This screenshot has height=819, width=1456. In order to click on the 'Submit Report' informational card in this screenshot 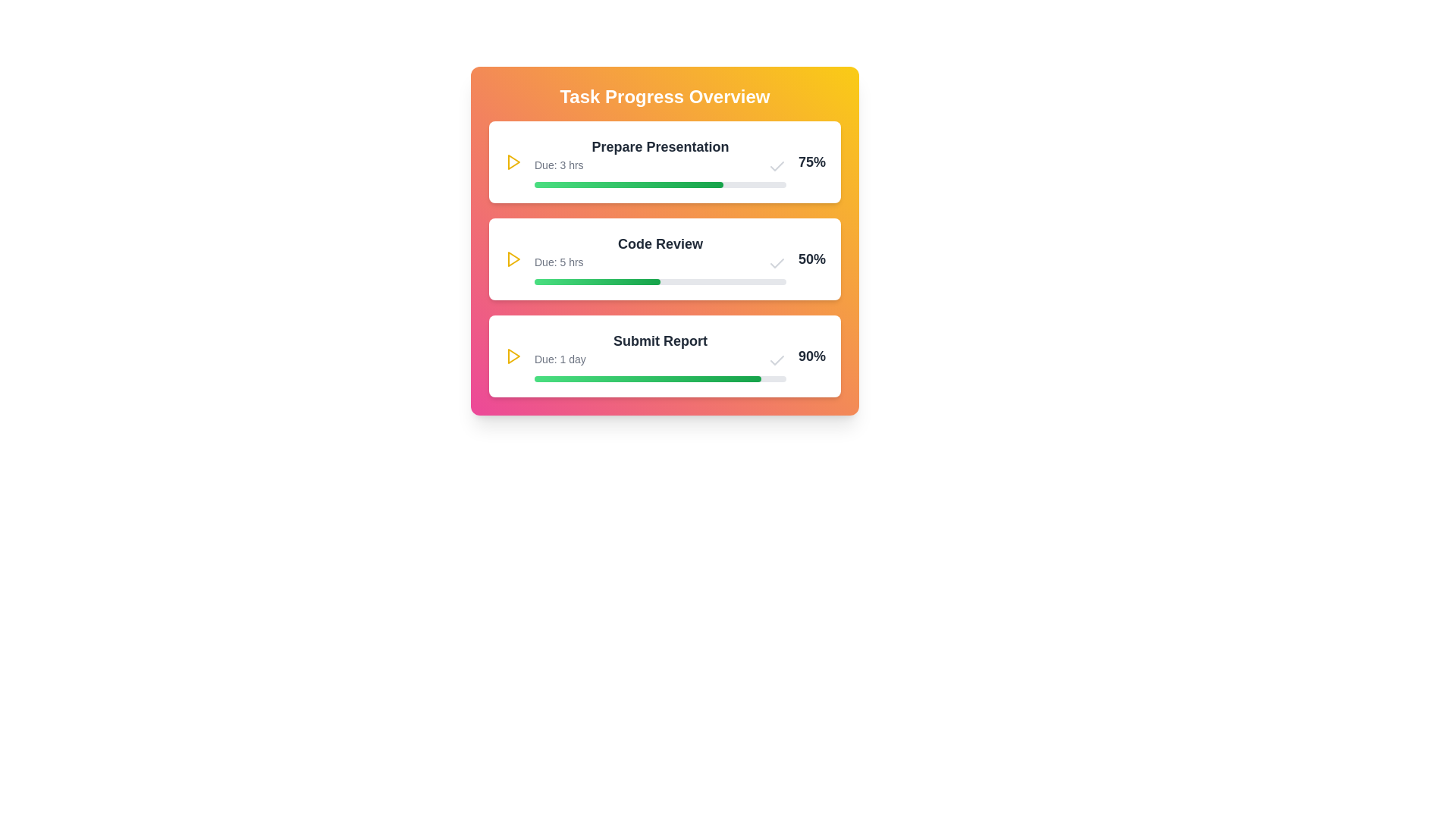, I will do `click(665, 356)`.